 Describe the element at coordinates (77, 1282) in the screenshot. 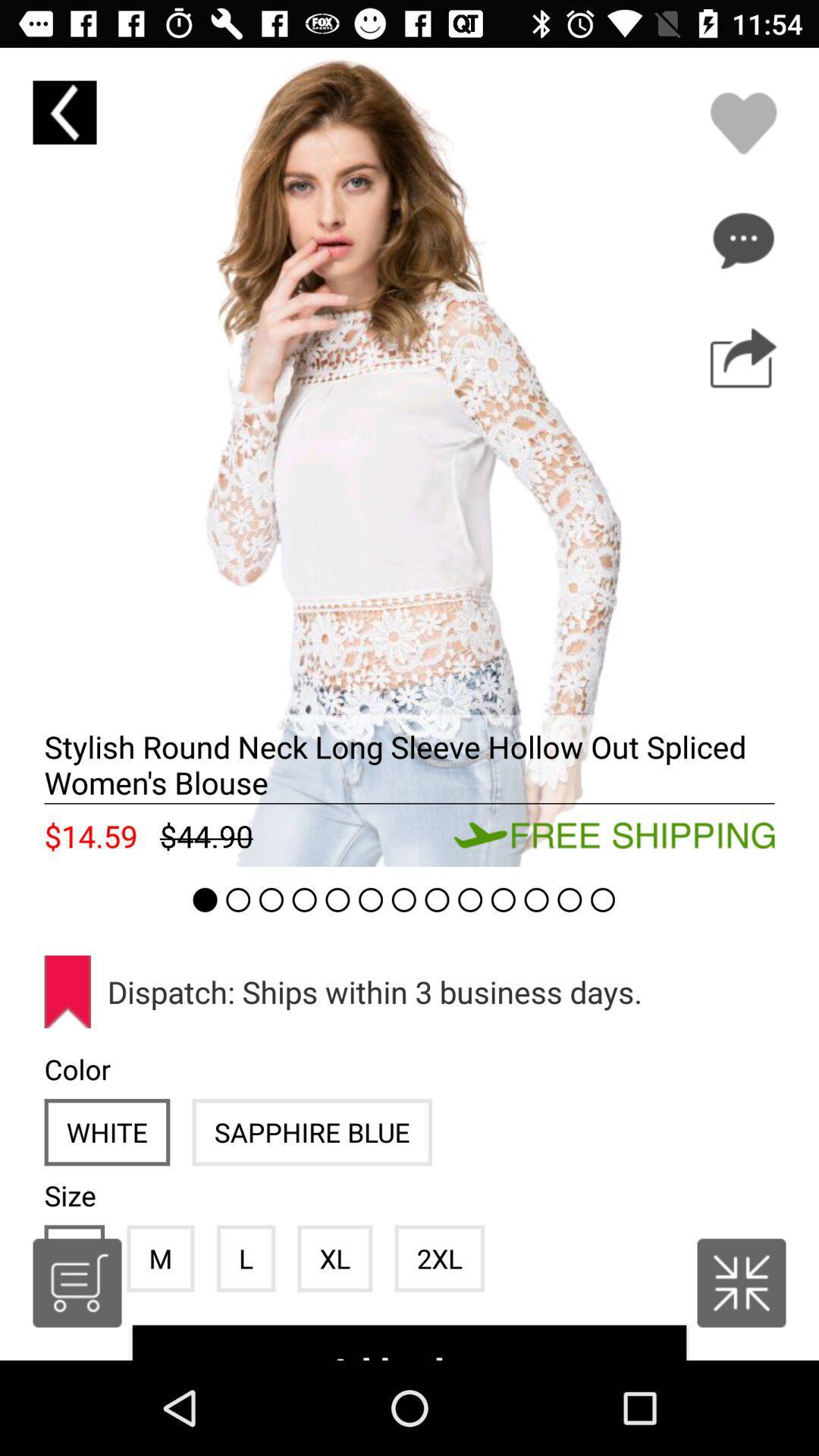

I see `the cart icon` at that location.